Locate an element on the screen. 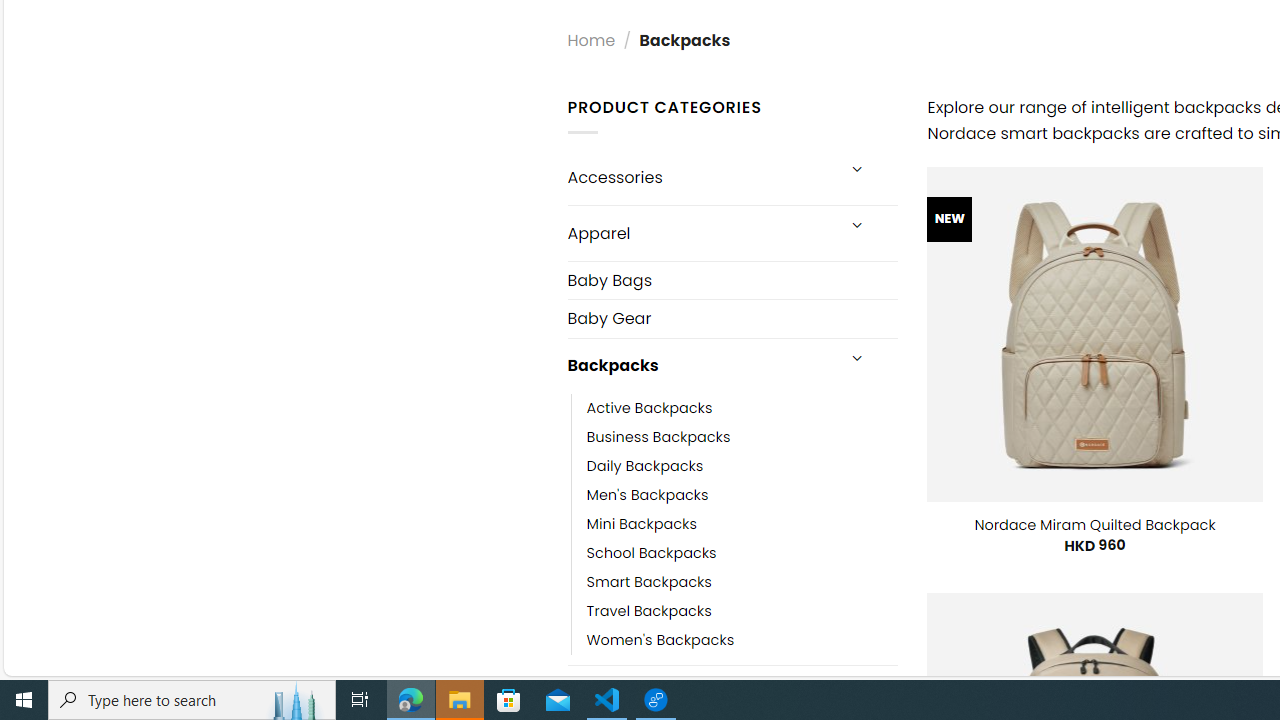 Image resolution: width=1280 pixels, height=720 pixels. 'Mini Backpacks' is located at coordinates (641, 523).